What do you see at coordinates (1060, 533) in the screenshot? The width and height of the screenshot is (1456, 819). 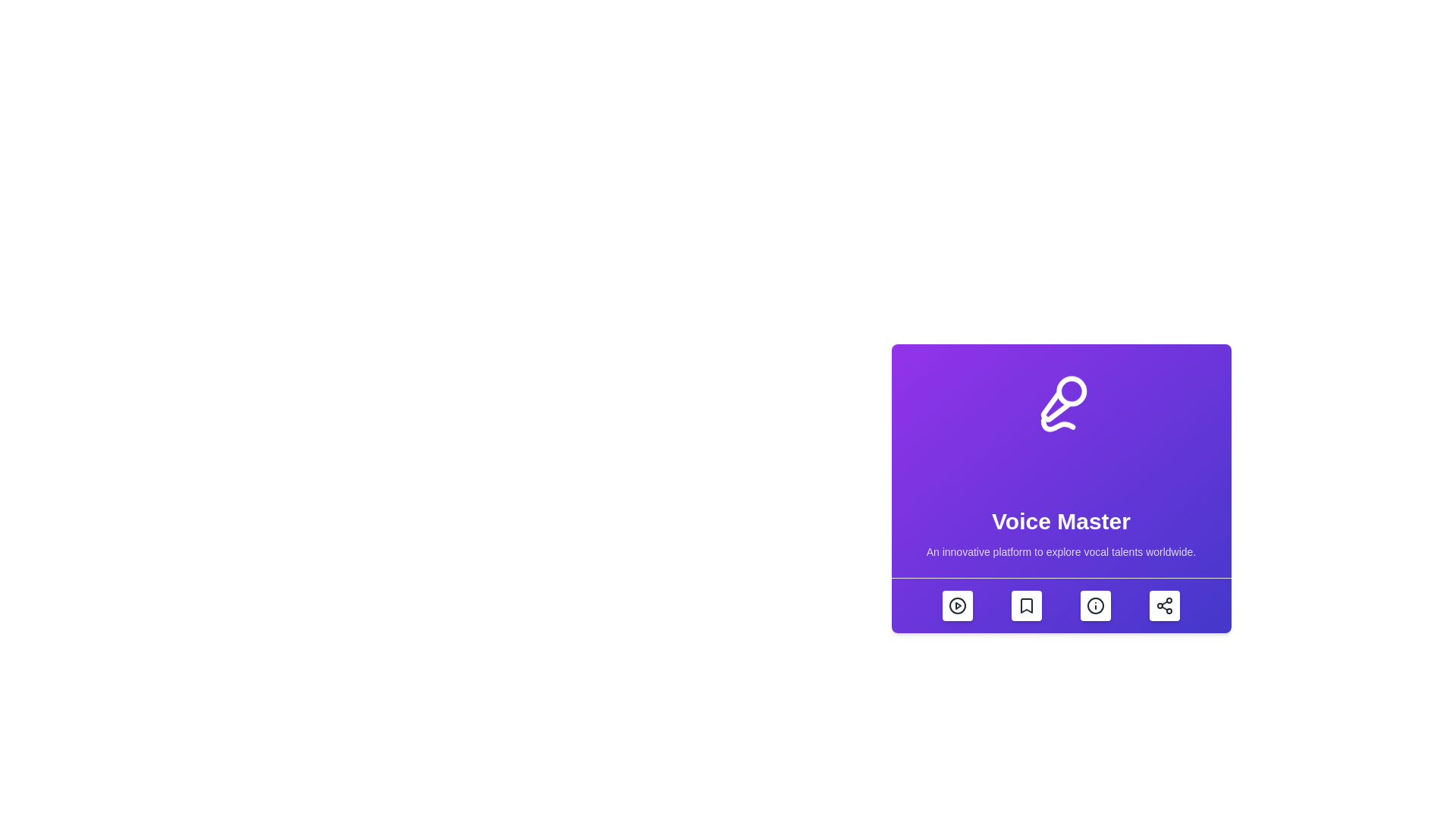 I see `the text block titled 'Voice Master' which contains the subtitle 'An innovative platform to explore vocal talents worldwide.' for accessibility purposes` at bounding box center [1060, 533].